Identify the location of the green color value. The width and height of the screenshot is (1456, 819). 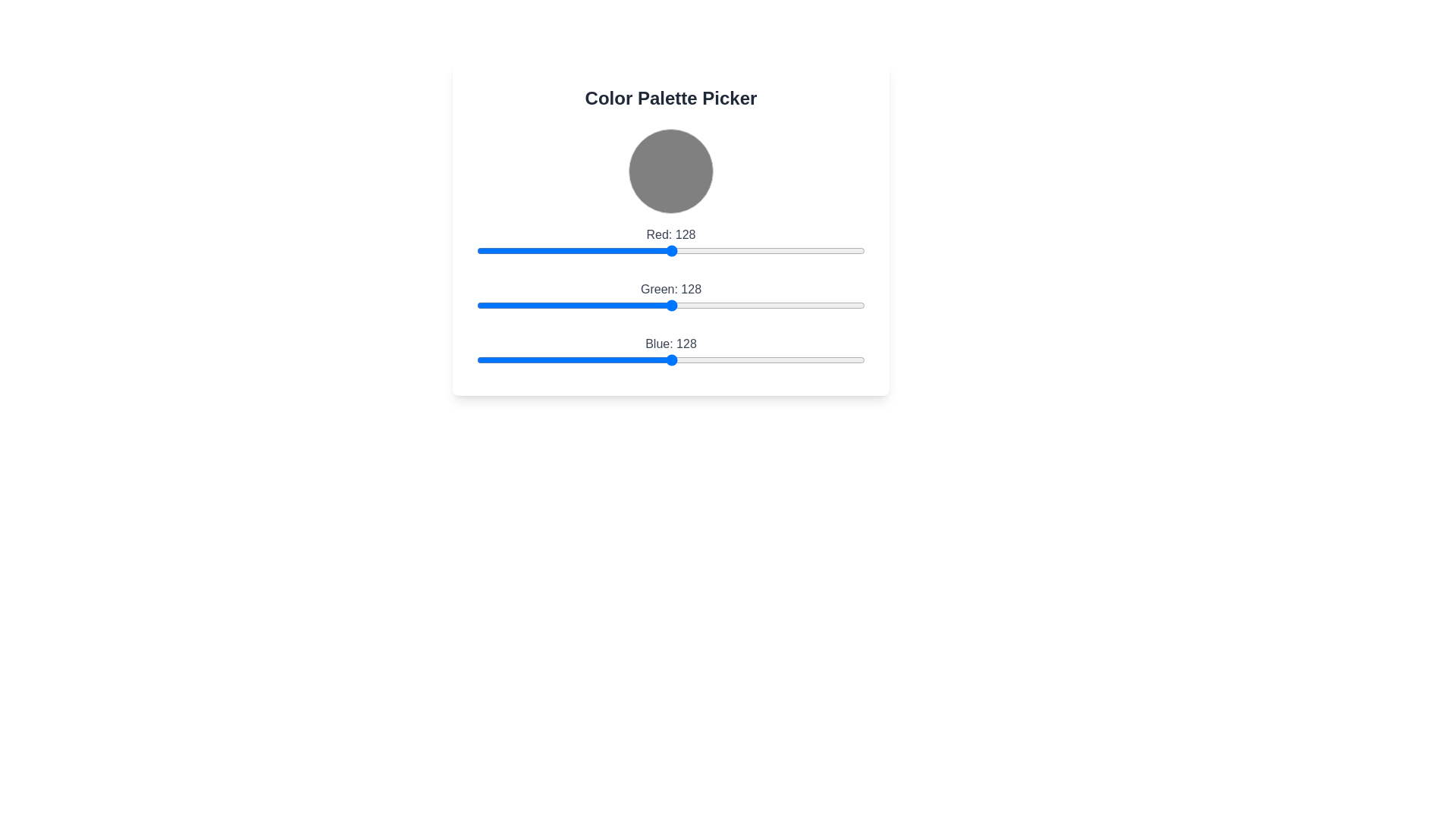
(650, 305).